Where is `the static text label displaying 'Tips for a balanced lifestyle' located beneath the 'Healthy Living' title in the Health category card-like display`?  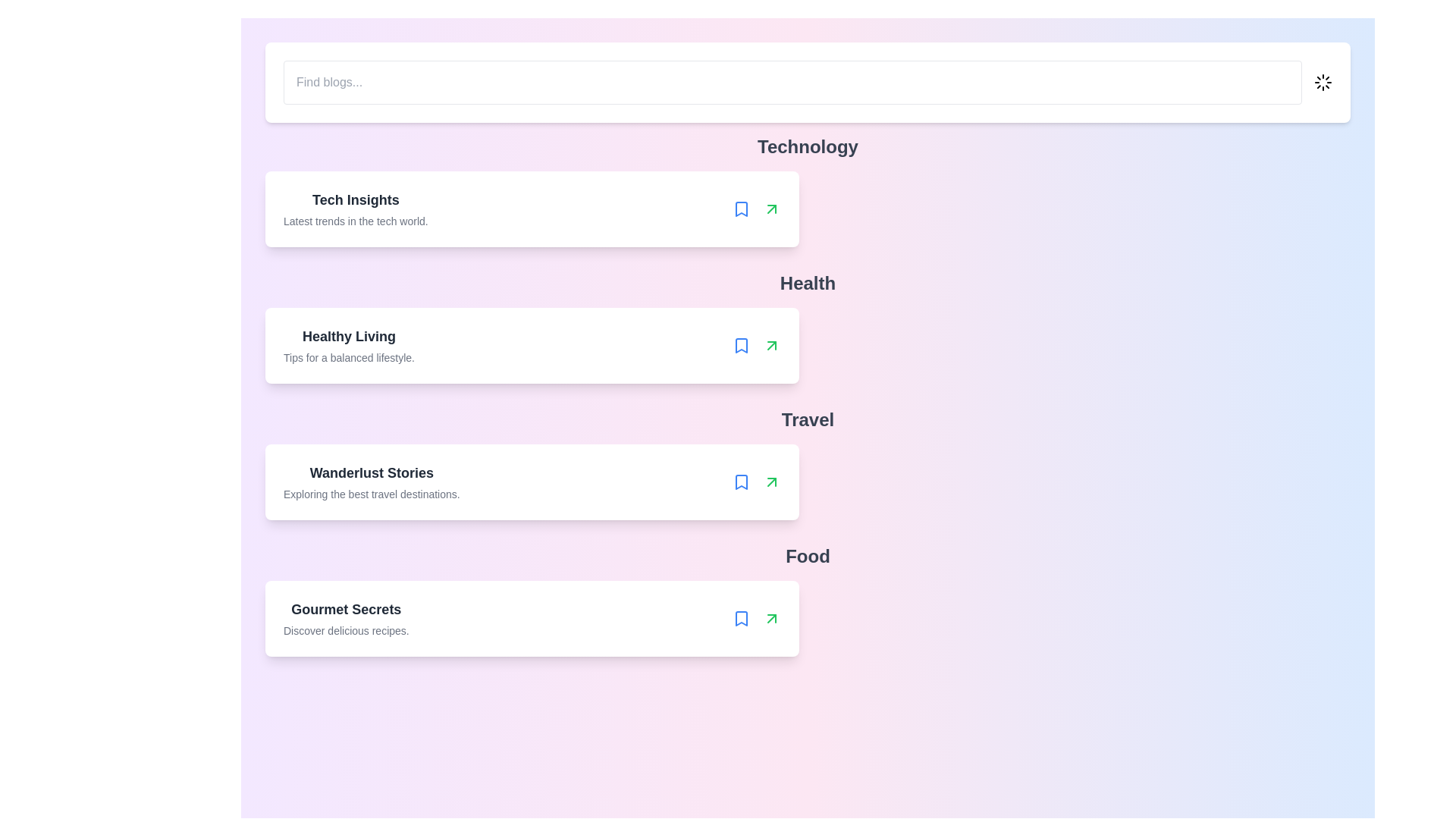 the static text label displaying 'Tips for a balanced lifestyle' located beneath the 'Healthy Living' title in the Health category card-like display is located at coordinates (348, 357).